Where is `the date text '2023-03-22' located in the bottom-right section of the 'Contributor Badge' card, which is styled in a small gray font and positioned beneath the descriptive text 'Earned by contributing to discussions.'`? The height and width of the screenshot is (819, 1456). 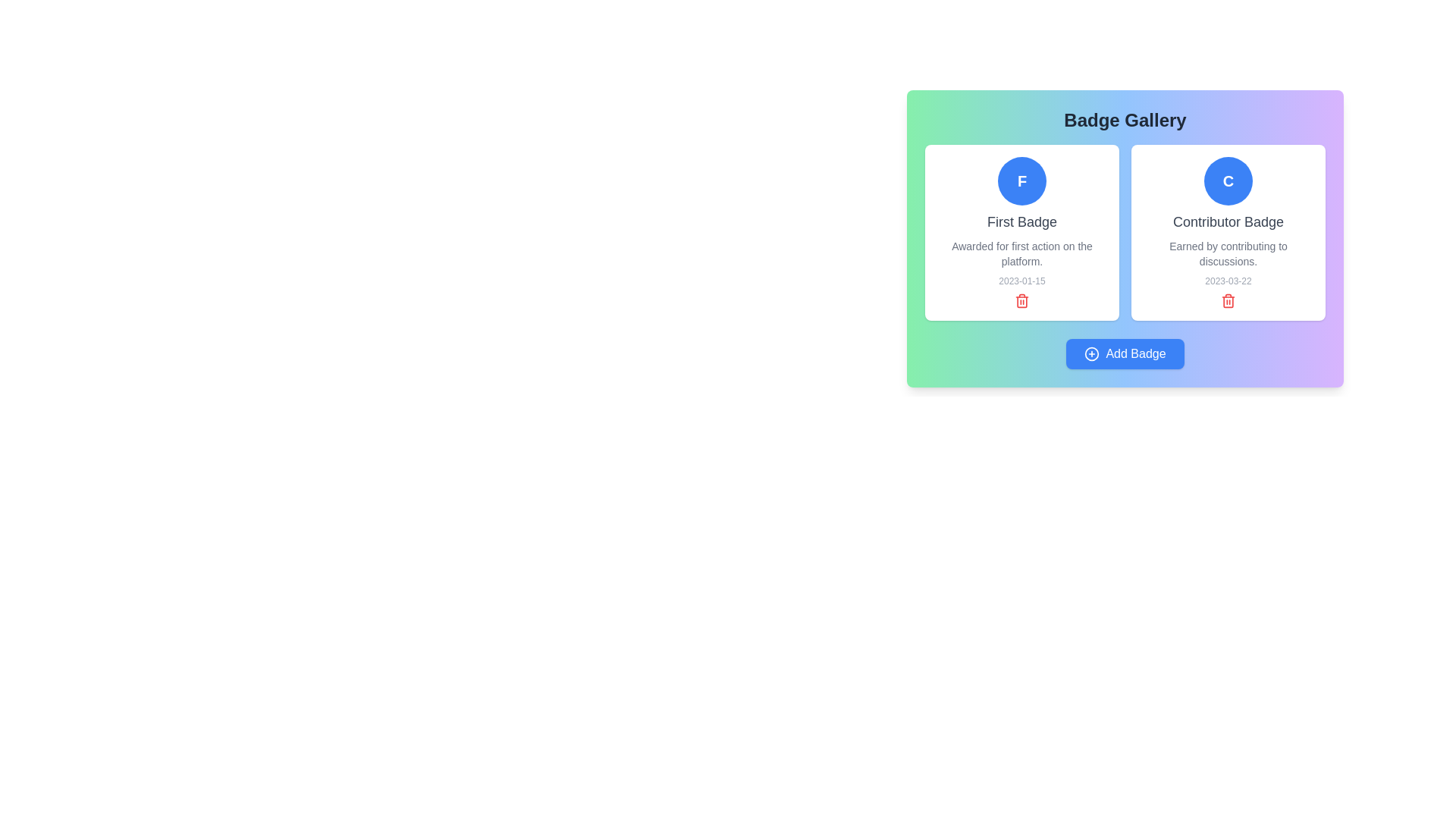
the date text '2023-03-22' located in the bottom-right section of the 'Contributor Badge' card, which is styled in a small gray font and positioned beneath the descriptive text 'Earned by contributing to discussions.' is located at coordinates (1228, 281).